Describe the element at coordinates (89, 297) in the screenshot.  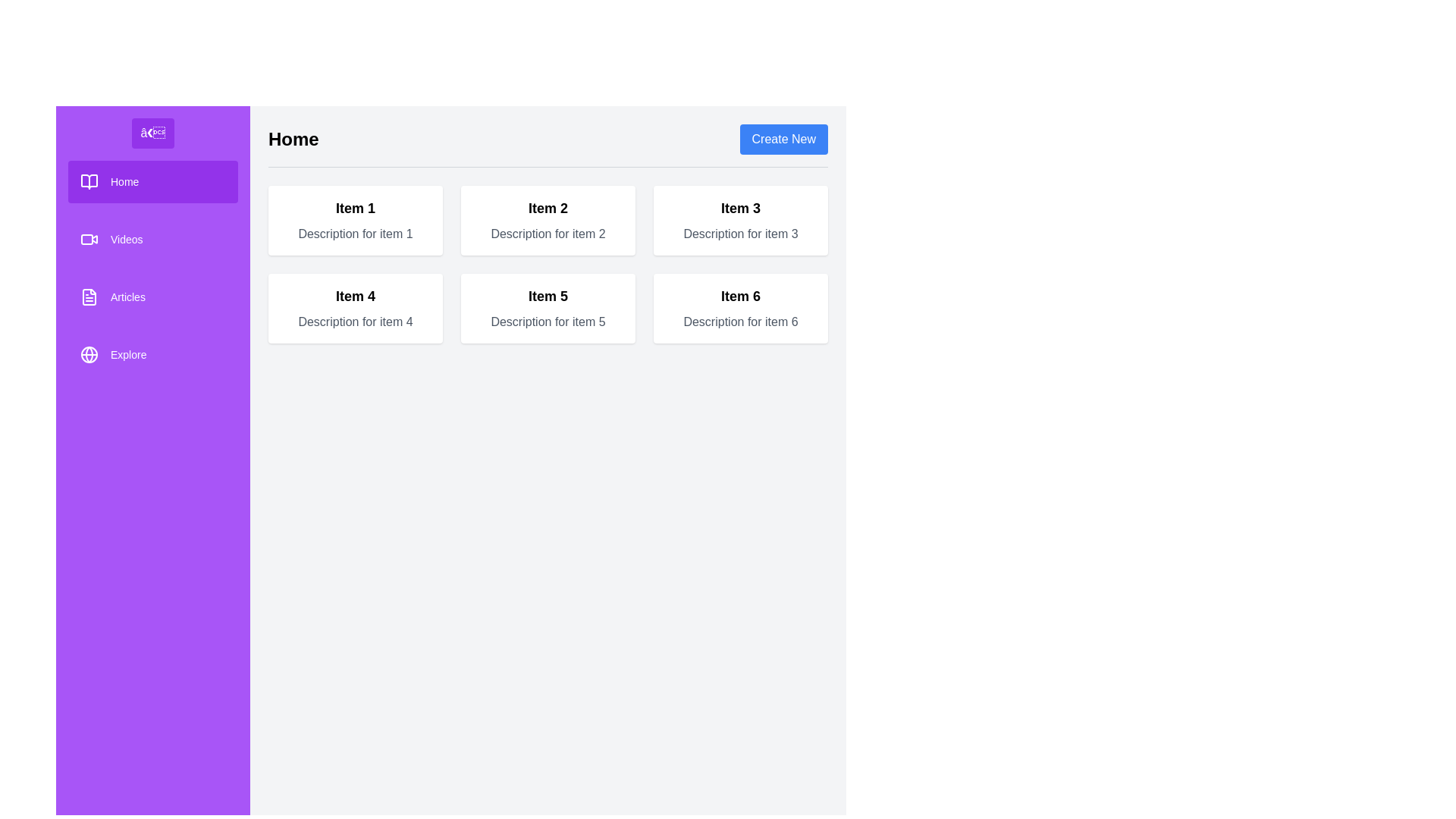
I see `the document icon in the sidebar` at that location.